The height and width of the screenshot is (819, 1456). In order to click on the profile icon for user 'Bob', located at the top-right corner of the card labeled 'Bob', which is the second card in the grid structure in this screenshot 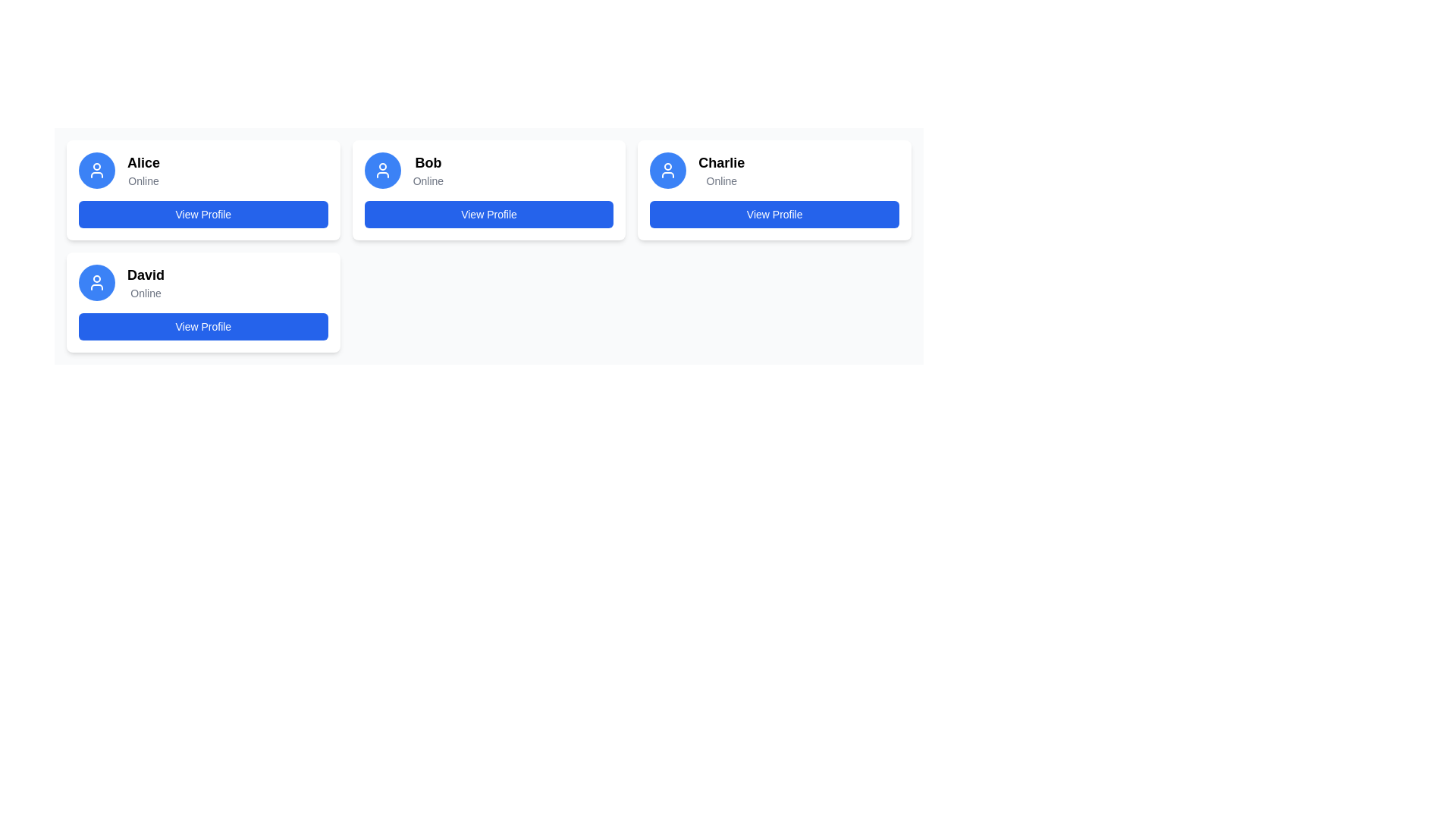, I will do `click(382, 170)`.